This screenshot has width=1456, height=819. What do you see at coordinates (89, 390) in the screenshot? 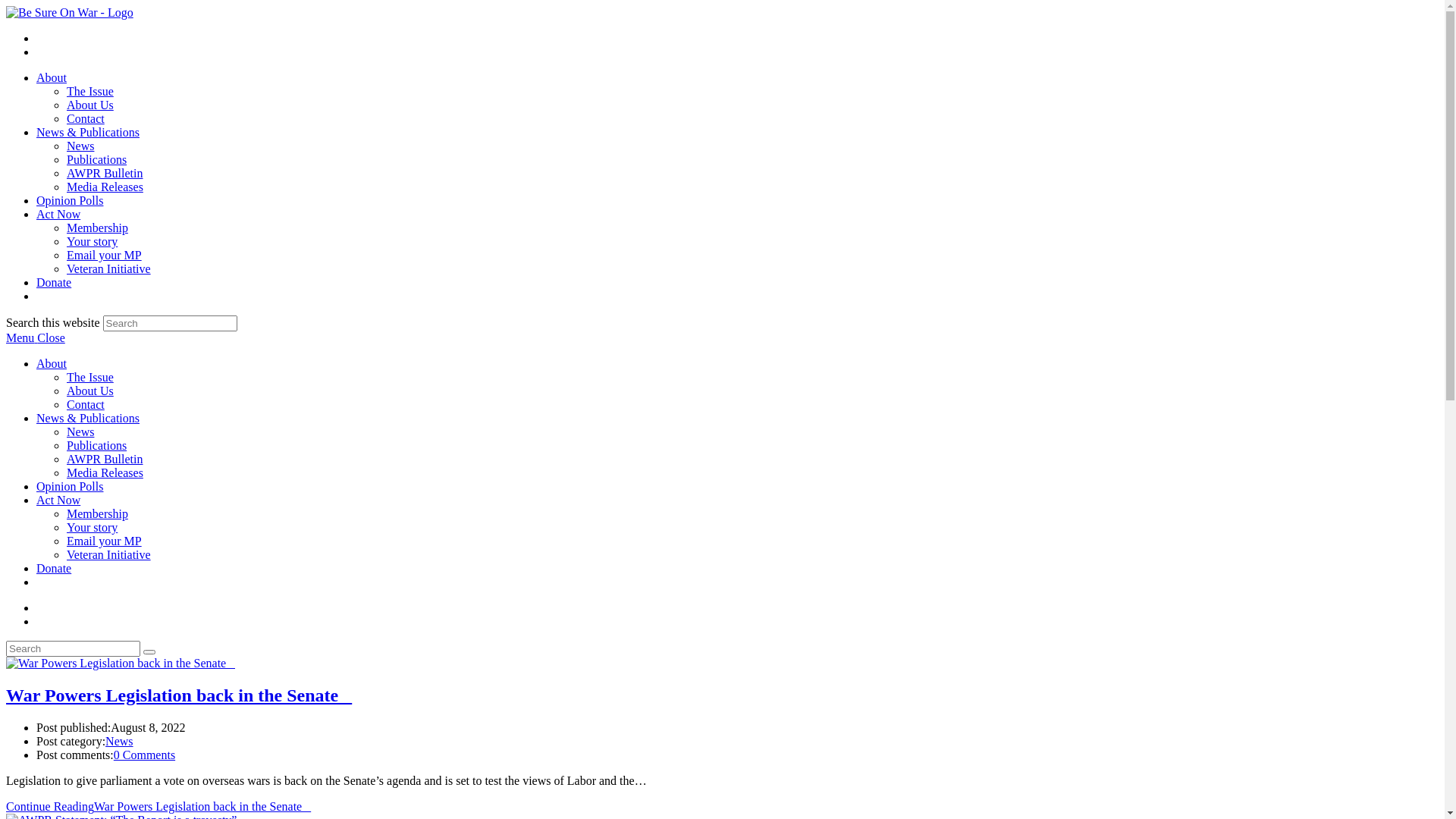
I see `'About Us'` at bounding box center [89, 390].